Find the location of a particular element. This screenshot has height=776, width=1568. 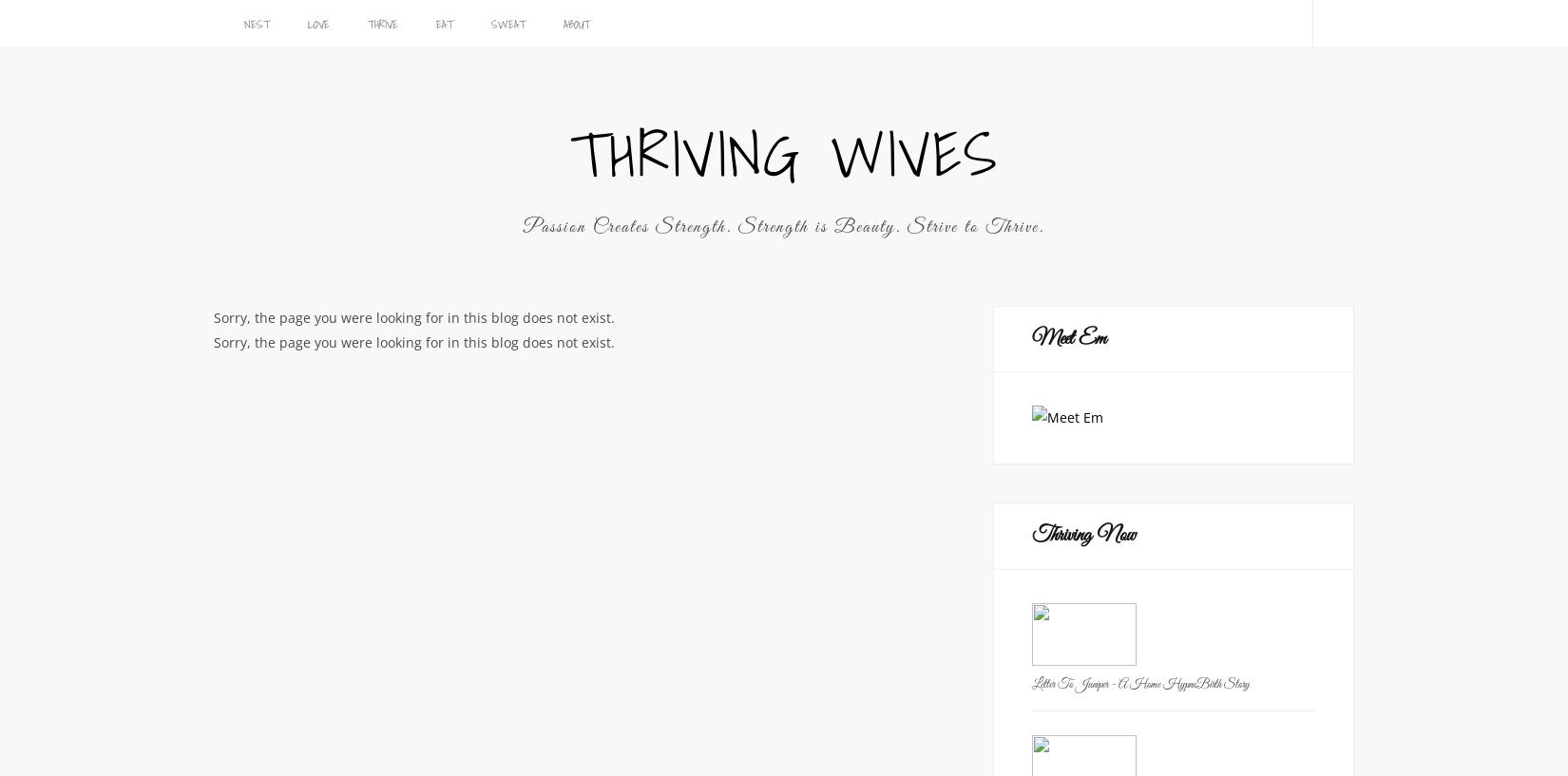

'SWEAT' is located at coordinates (489, 23).